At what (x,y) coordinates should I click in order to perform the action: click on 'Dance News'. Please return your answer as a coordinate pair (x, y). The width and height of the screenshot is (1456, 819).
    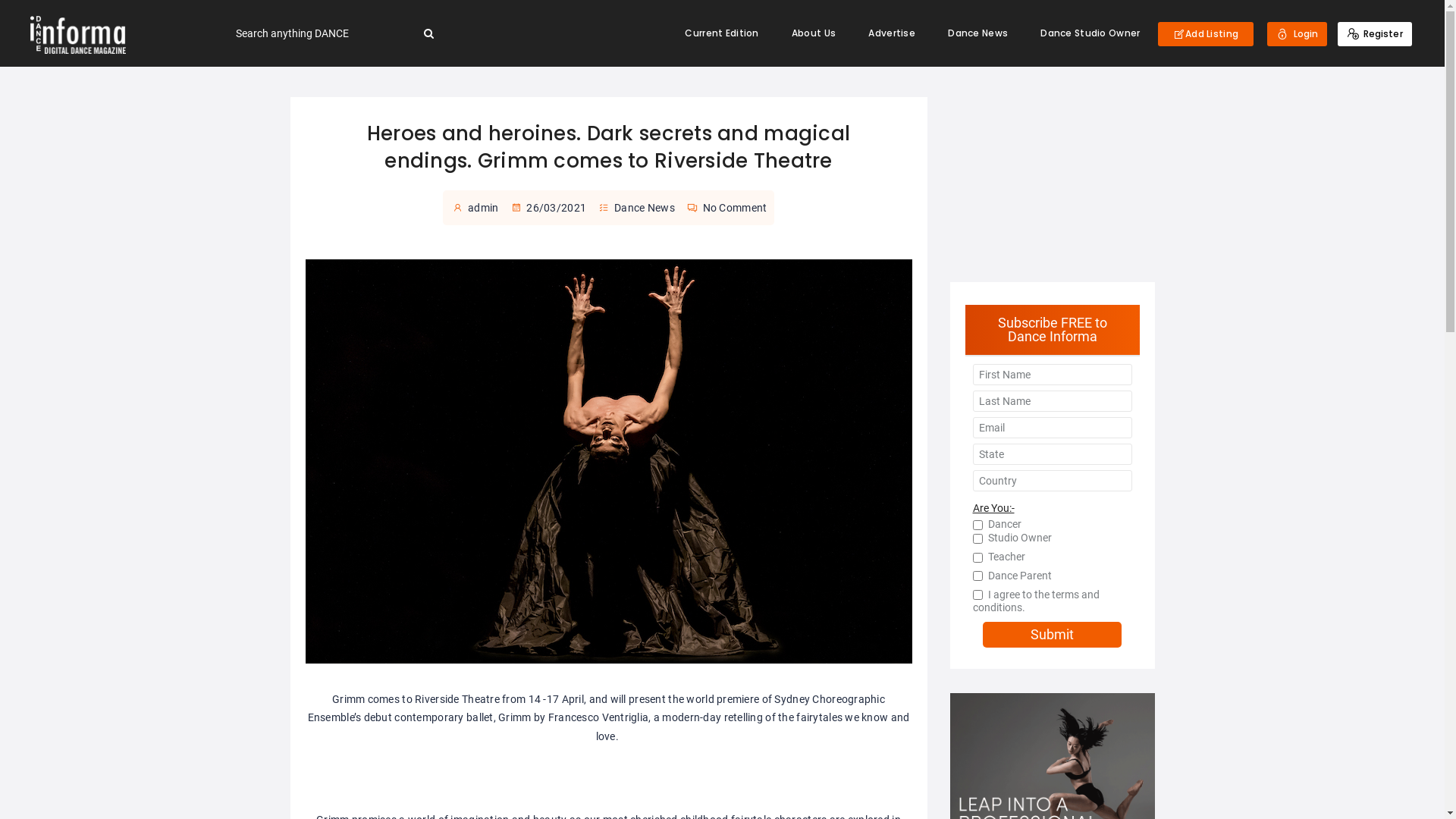
    Looking at the image, I should click on (644, 207).